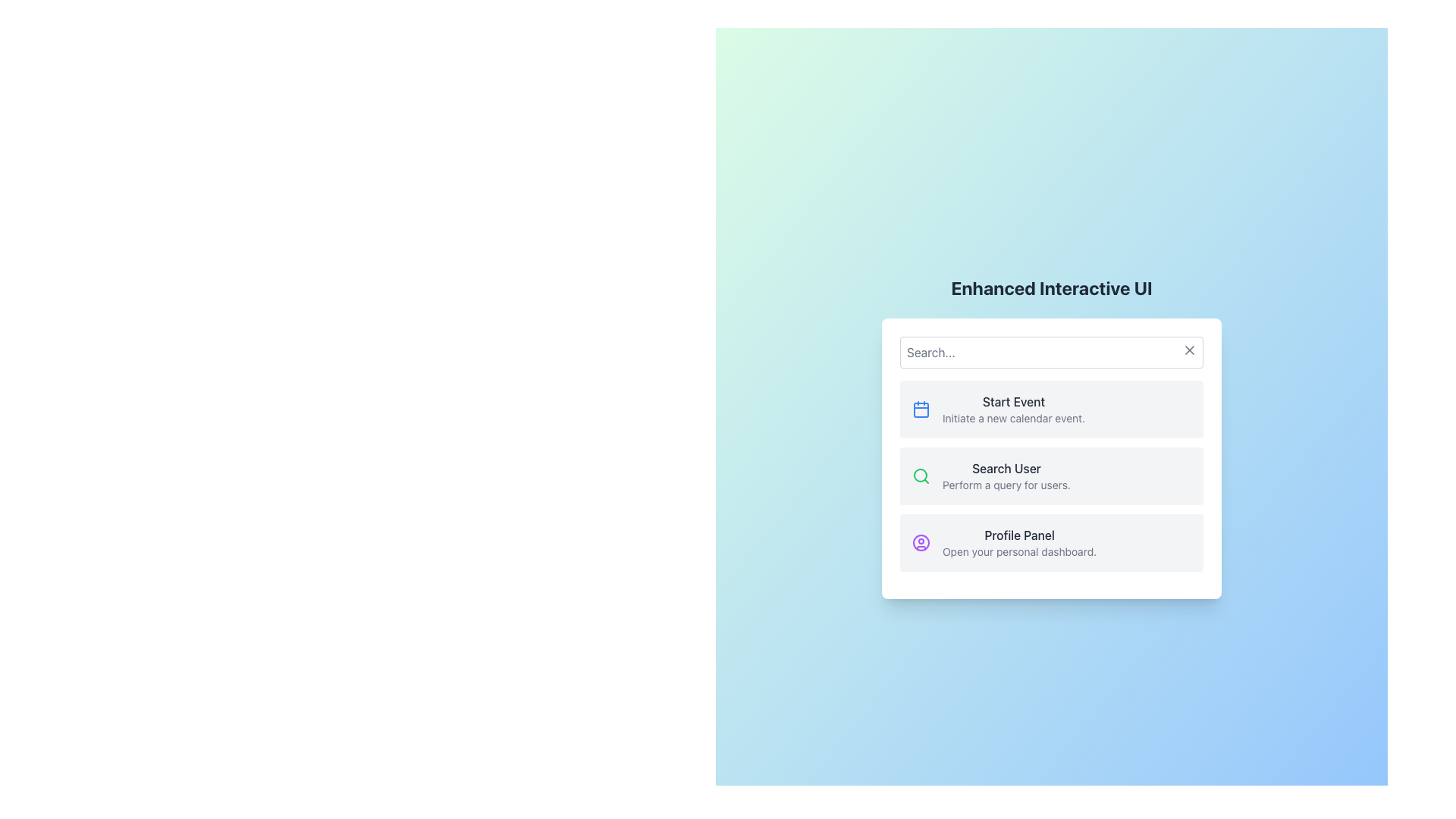 Image resolution: width=1456 pixels, height=819 pixels. Describe the element at coordinates (920, 409) in the screenshot. I see `the blue calendar icon located to the left of the 'Start Event' text to interact with its associated functionality` at that location.